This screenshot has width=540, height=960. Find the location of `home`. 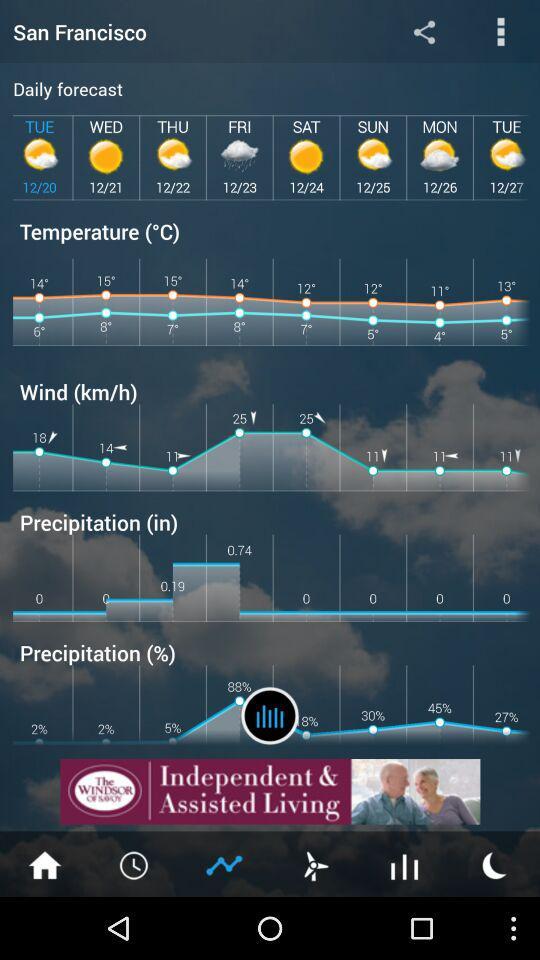

home is located at coordinates (44, 863).